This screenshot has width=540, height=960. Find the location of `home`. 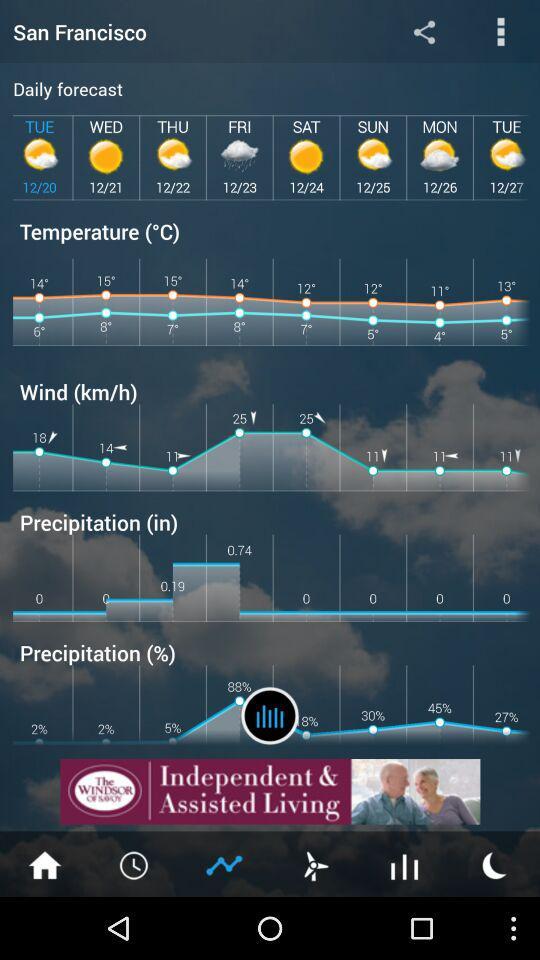

home is located at coordinates (44, 863).